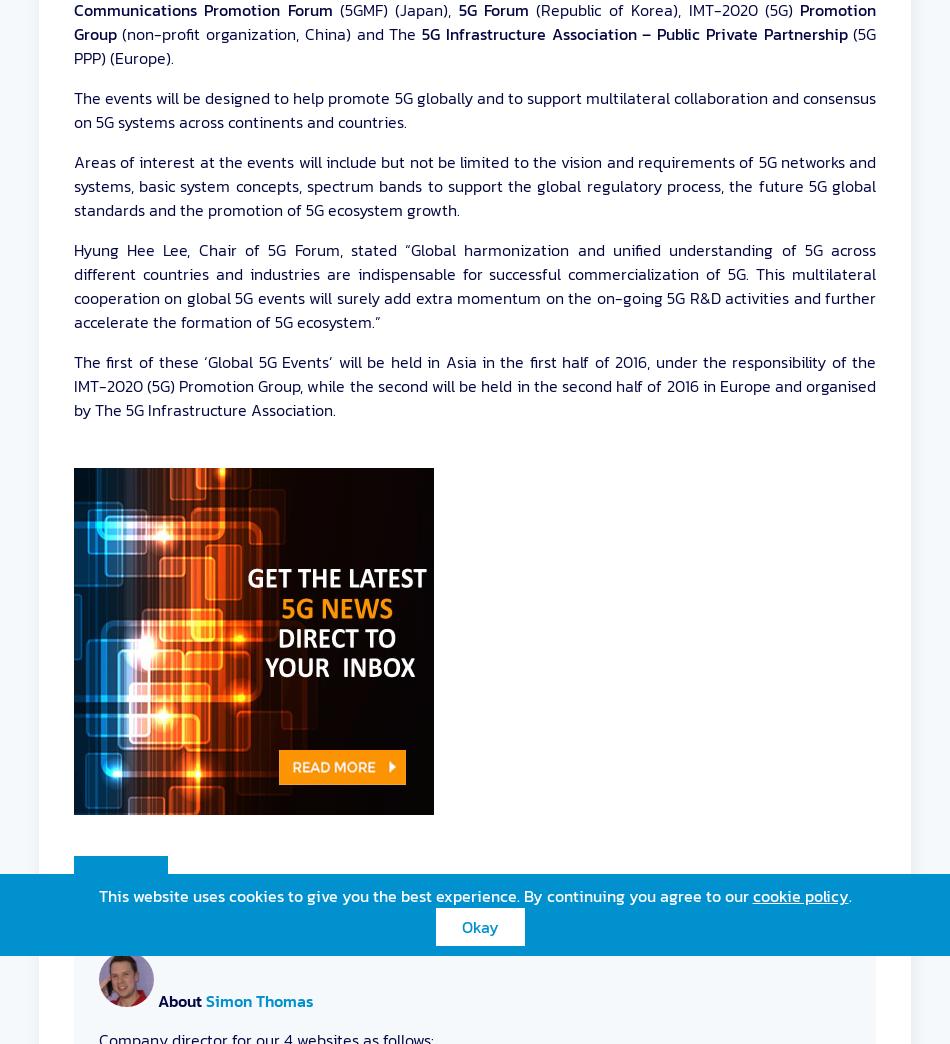  What do you see at coordinates (268, 33) in the screenshot?
I see `'(non-profit organization, China) and The'` at bounding box center [268, 33].